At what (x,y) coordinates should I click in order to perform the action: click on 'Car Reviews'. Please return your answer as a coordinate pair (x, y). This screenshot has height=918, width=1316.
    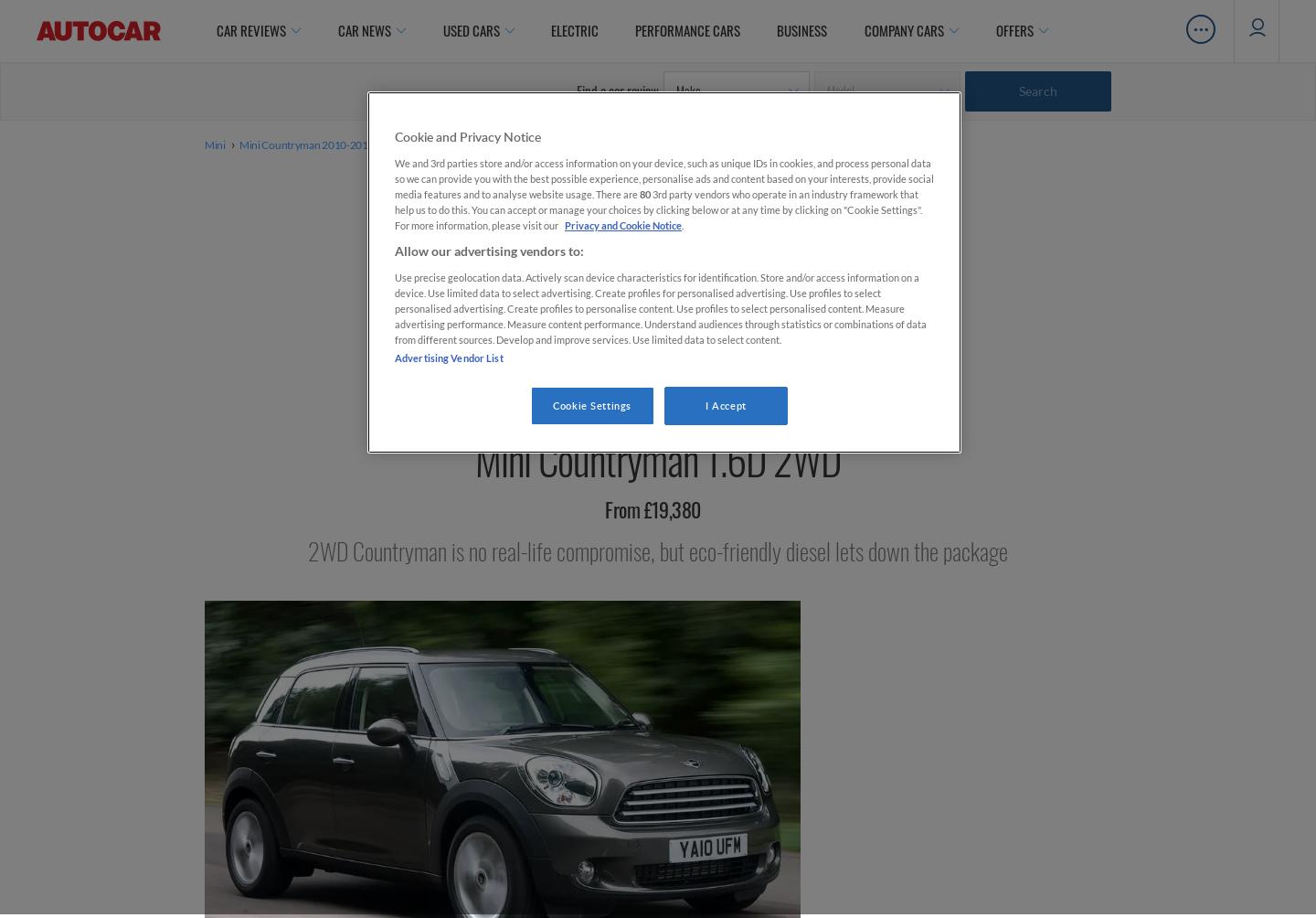
    Looking at the image, I should click on (250, 30).